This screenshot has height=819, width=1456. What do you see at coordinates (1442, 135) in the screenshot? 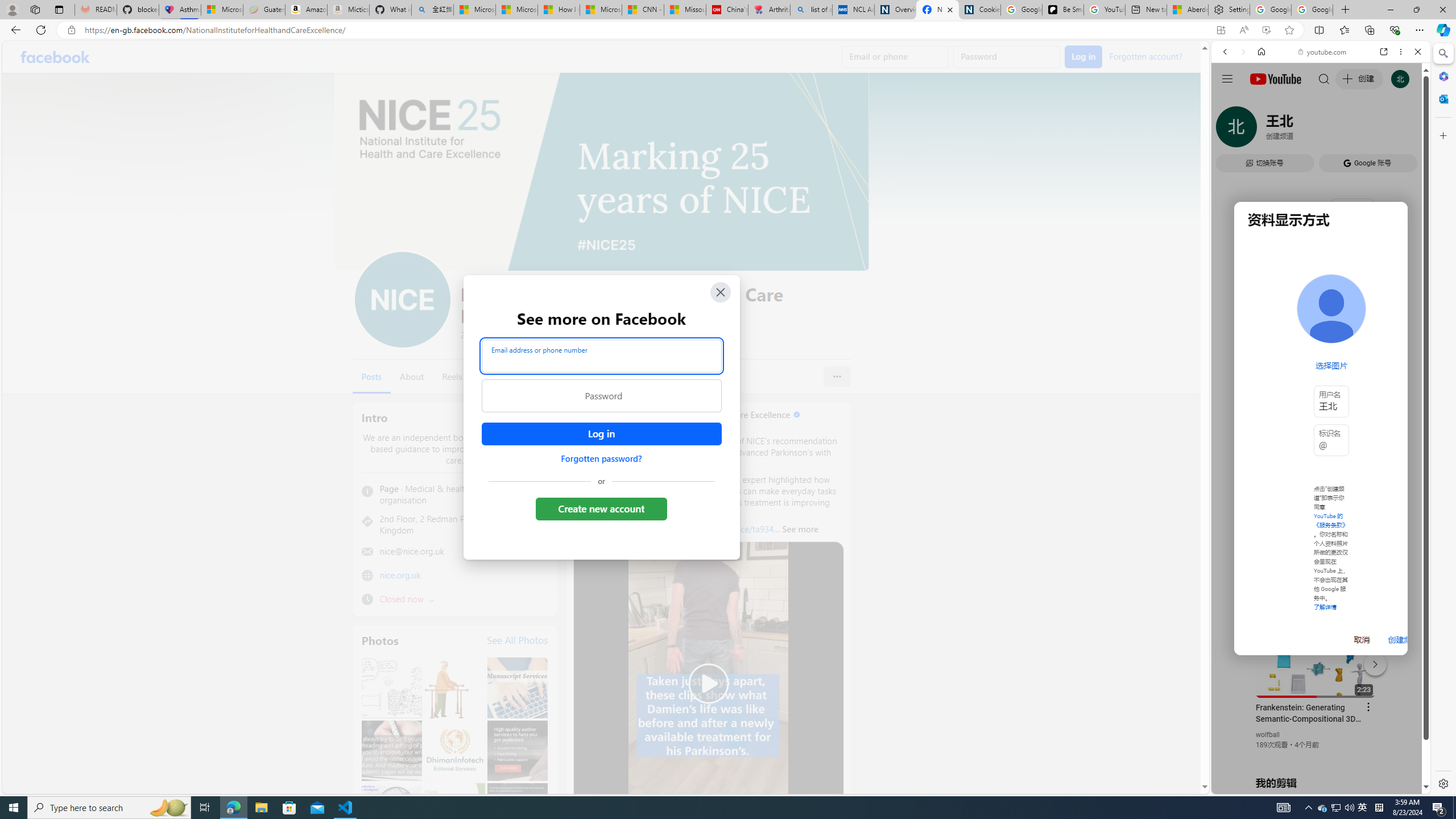
I see `'Close Customize pane'` at bounding box center [1442, 135].